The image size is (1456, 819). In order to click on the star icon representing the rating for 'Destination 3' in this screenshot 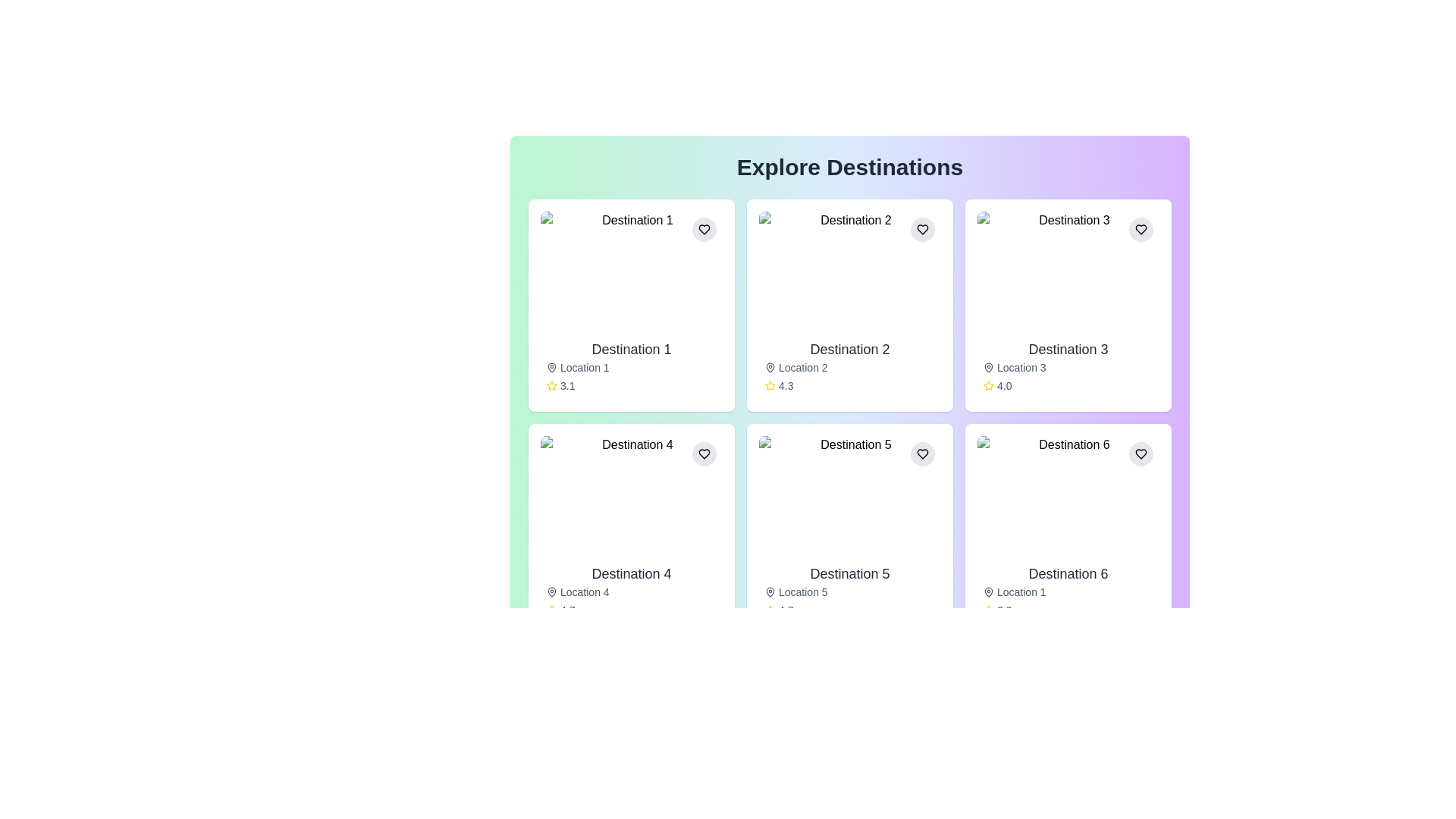, I will do `click(989, 384)`.